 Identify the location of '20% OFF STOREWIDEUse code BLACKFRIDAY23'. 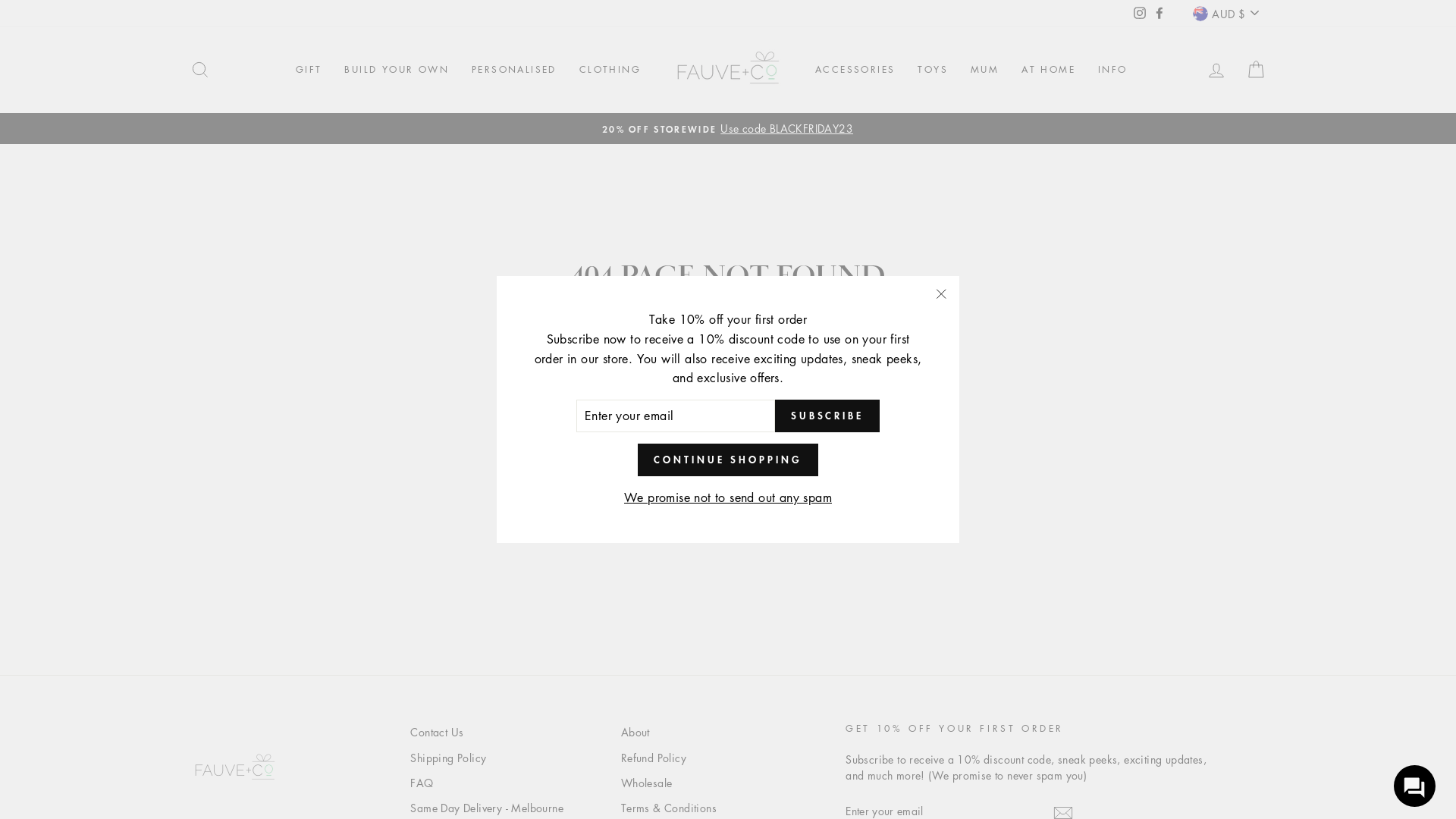
(728, 127).